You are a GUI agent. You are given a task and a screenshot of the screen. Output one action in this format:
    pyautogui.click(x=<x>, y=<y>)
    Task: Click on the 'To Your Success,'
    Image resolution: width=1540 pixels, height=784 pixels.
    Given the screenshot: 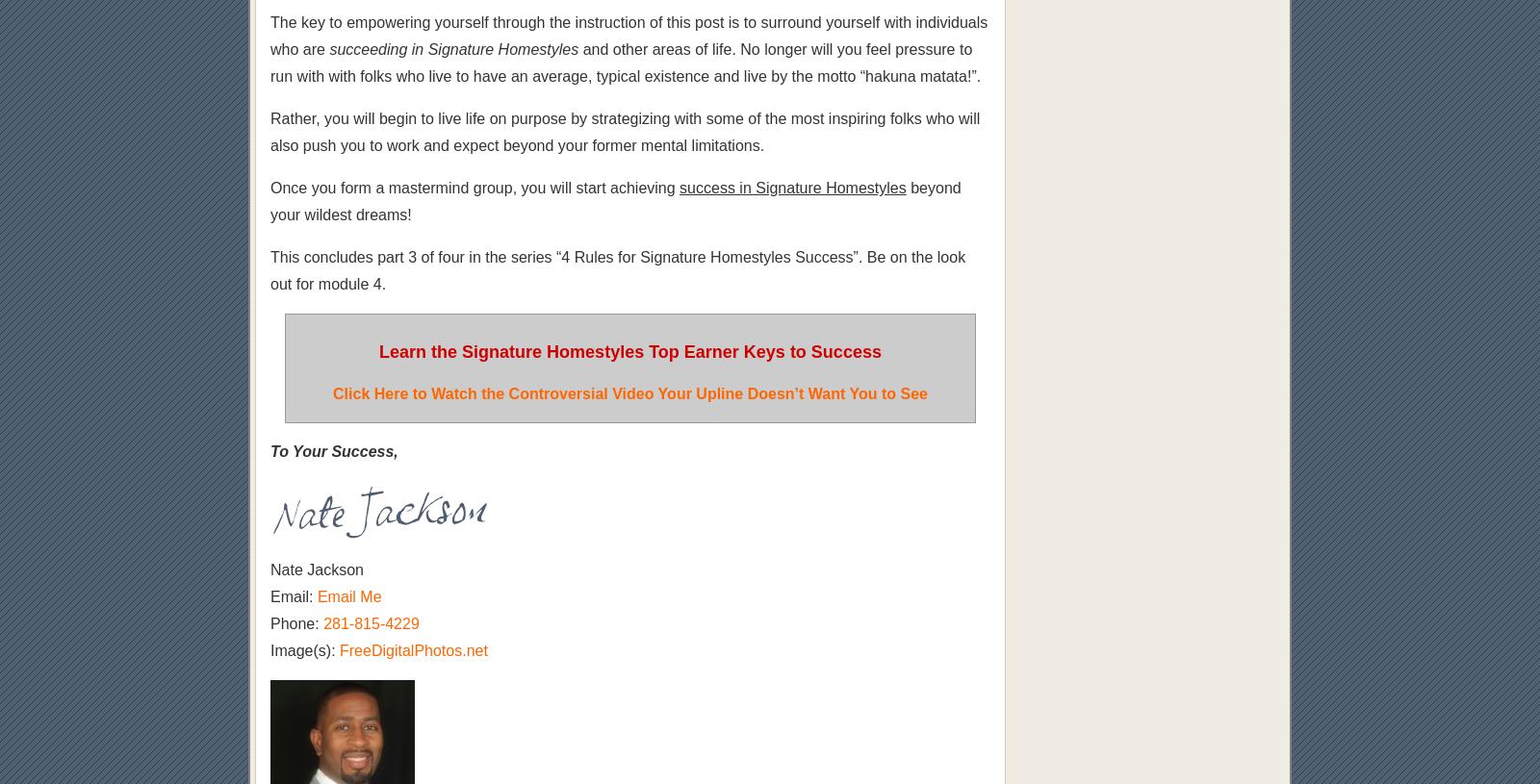 What is the action you would take?
    pyautogui.click(x=334, y=451)
    